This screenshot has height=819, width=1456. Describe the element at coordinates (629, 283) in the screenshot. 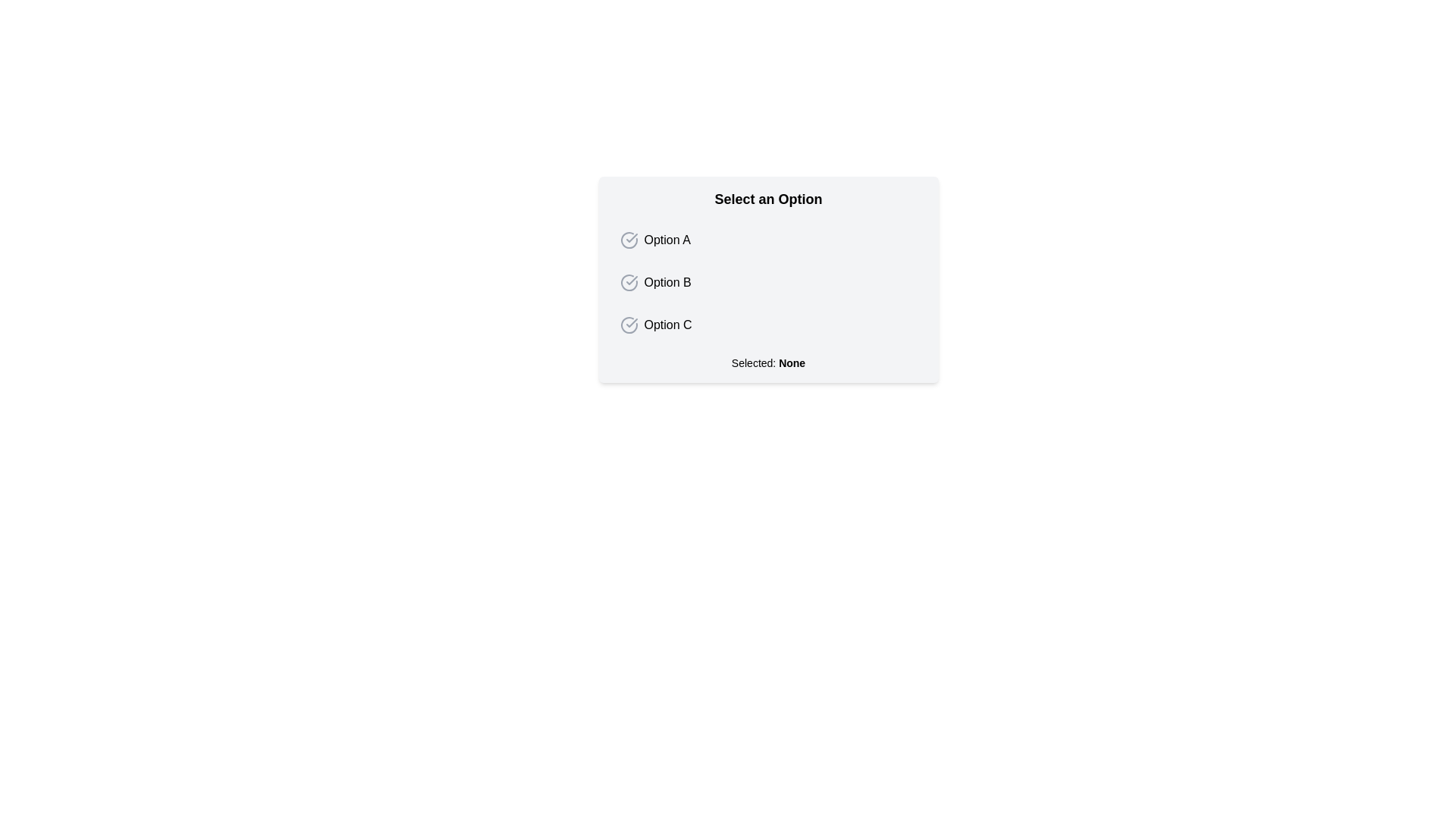

I see `state of the radio button indicator located to the left of the 'Option B' text in the second option of the vertical list` at that location.